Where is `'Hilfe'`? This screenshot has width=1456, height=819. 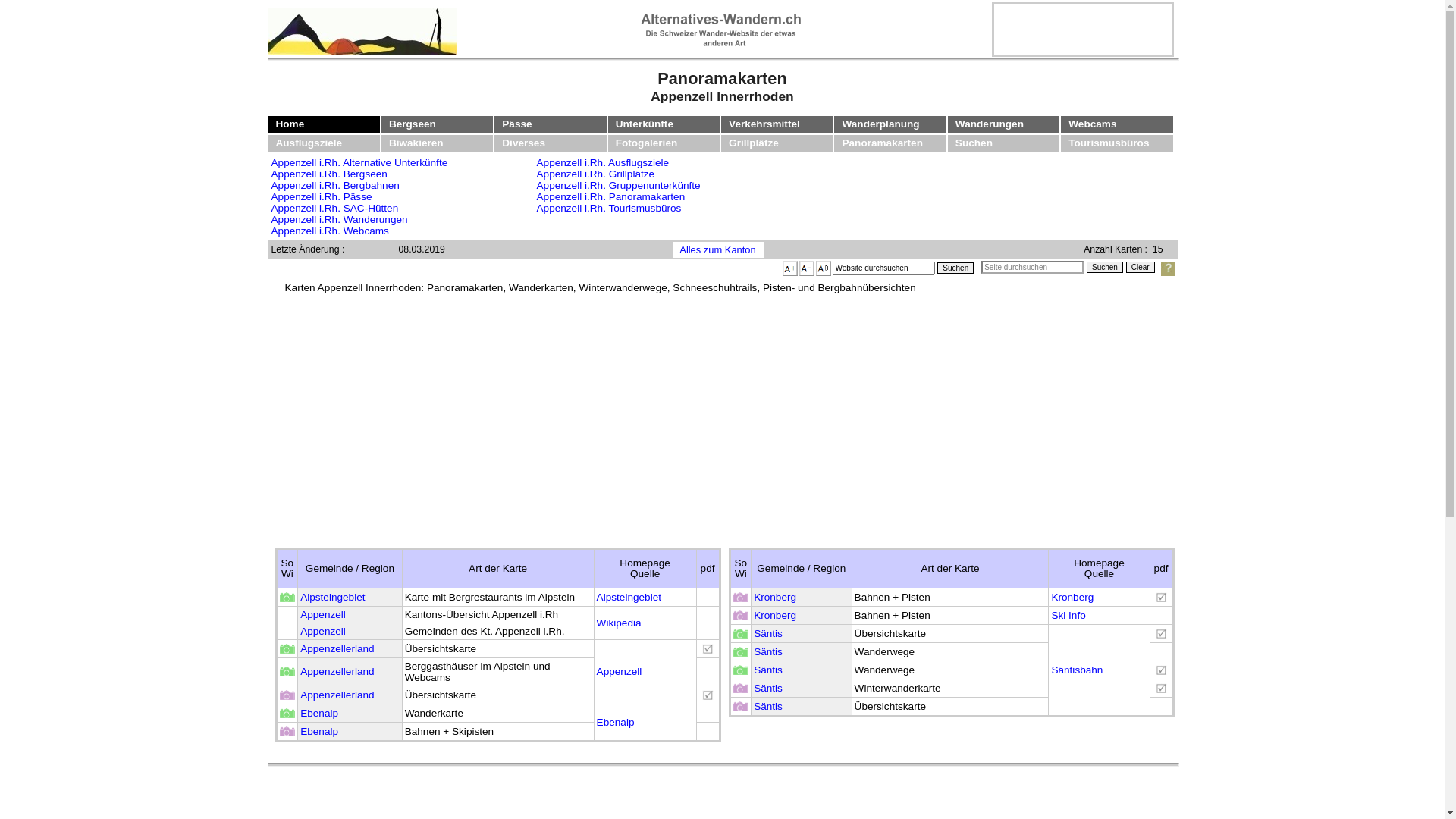 'Hilfe' is located at coordinates (1166, 268).